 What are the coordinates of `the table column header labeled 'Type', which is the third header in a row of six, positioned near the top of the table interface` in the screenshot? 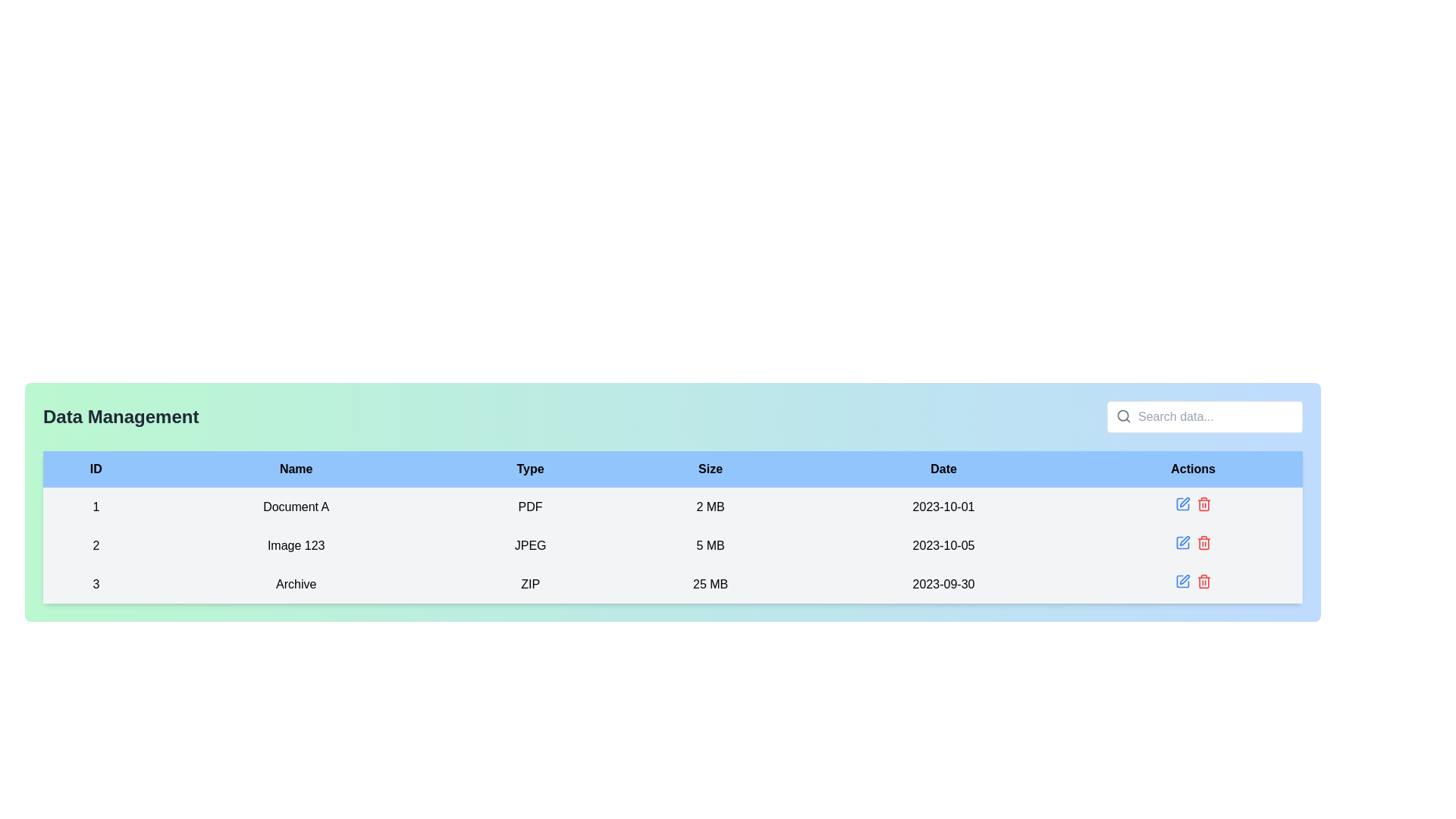 It's located at (530, 468).